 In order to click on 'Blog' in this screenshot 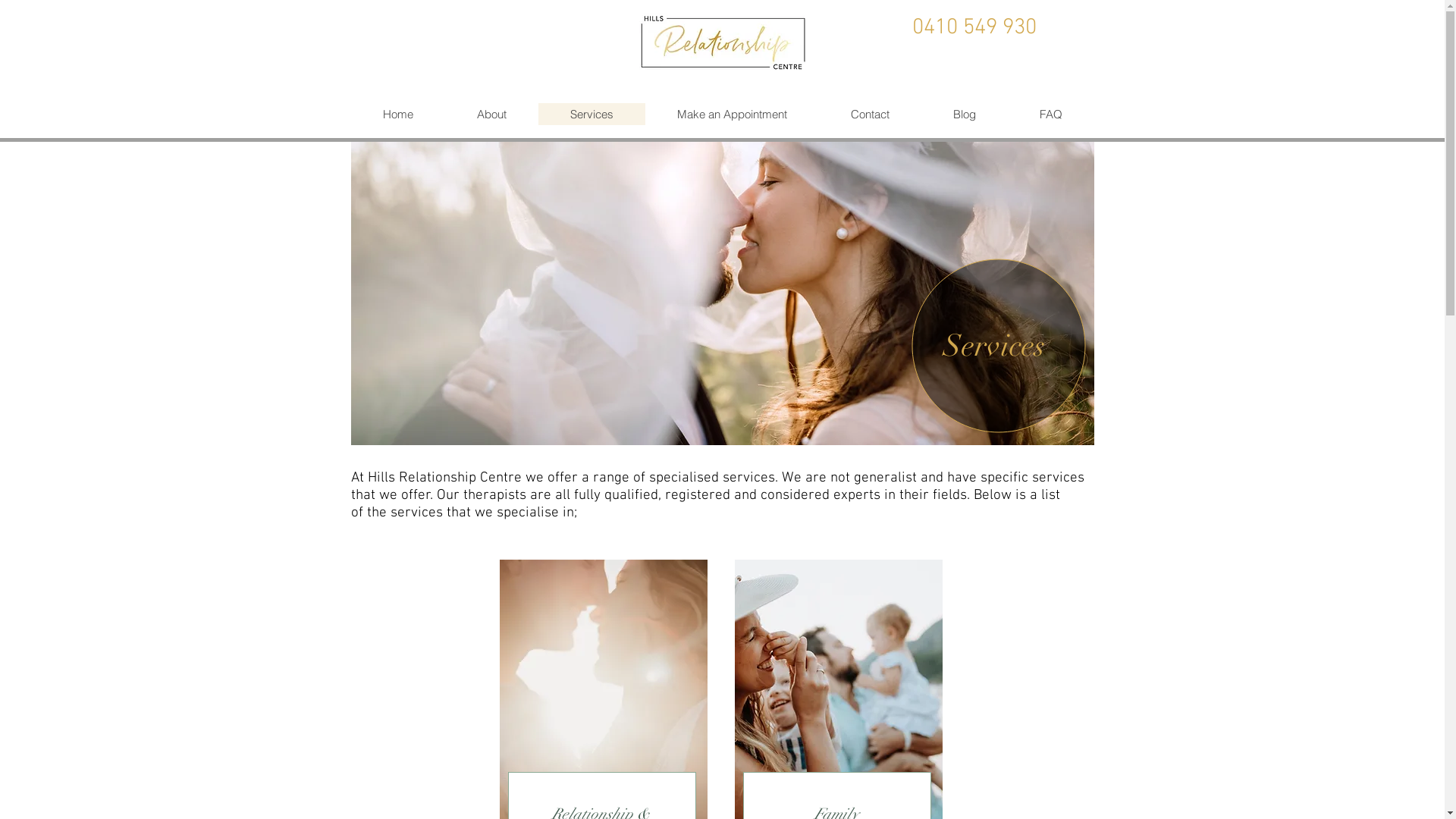, I will do `click(963, 113)`.